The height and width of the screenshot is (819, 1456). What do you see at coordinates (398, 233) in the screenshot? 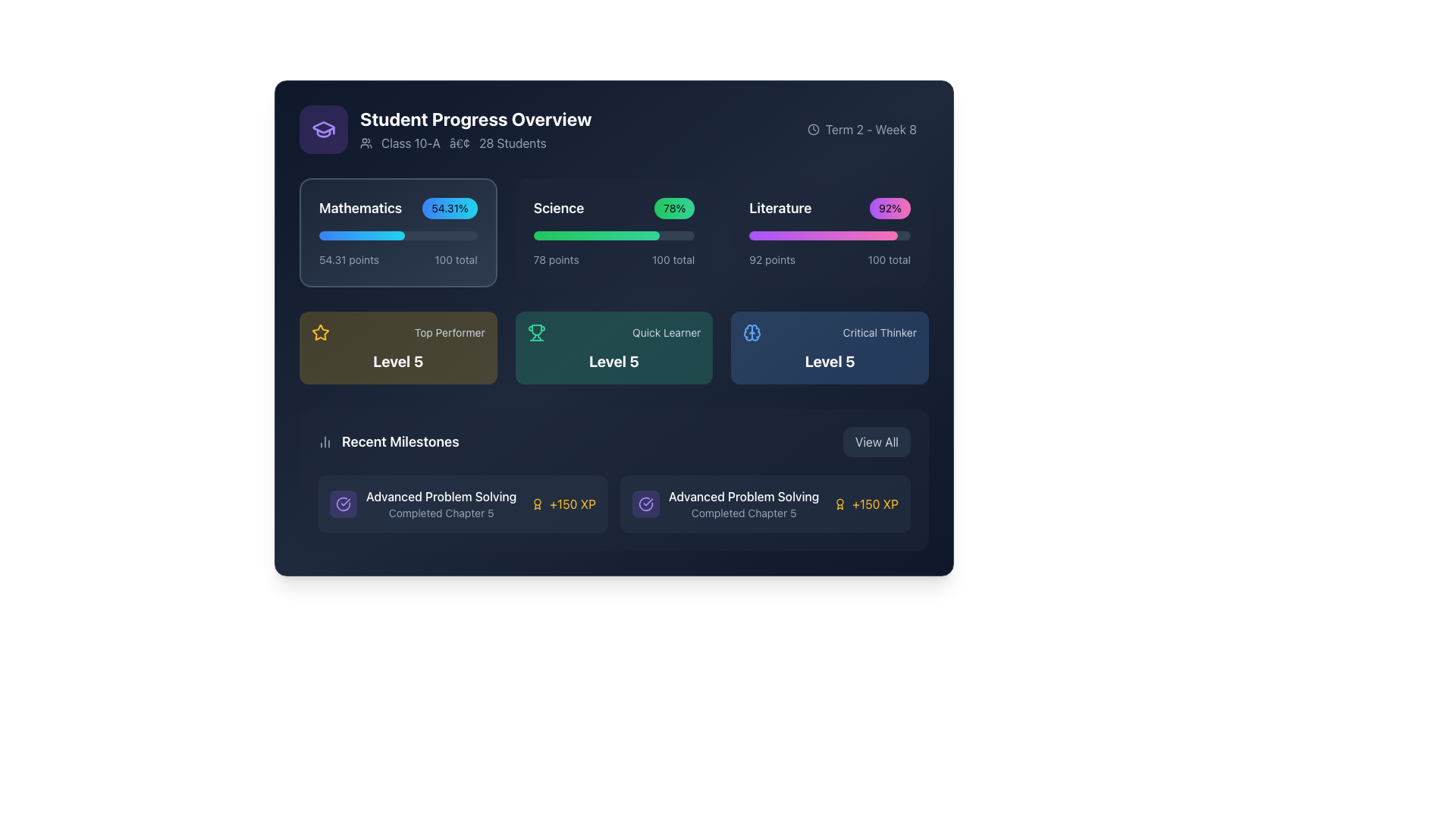
I see `the percentage badge on the Mathematics progress tracker card, which is the first card in a row of three cards in the grid structure` at bounding box center [398, 233].